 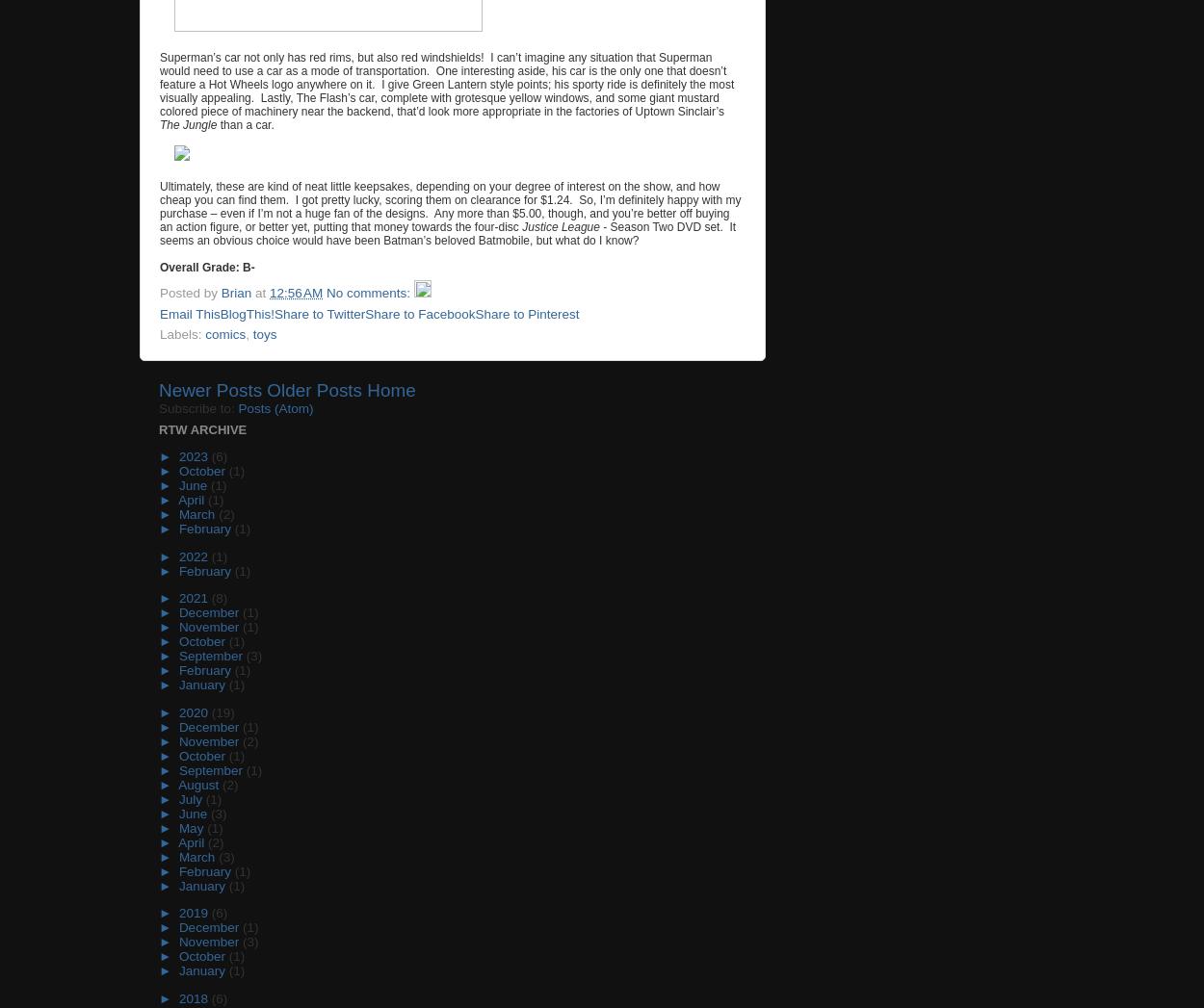 I want to click on 'Brian', so click(x=235, y=292).